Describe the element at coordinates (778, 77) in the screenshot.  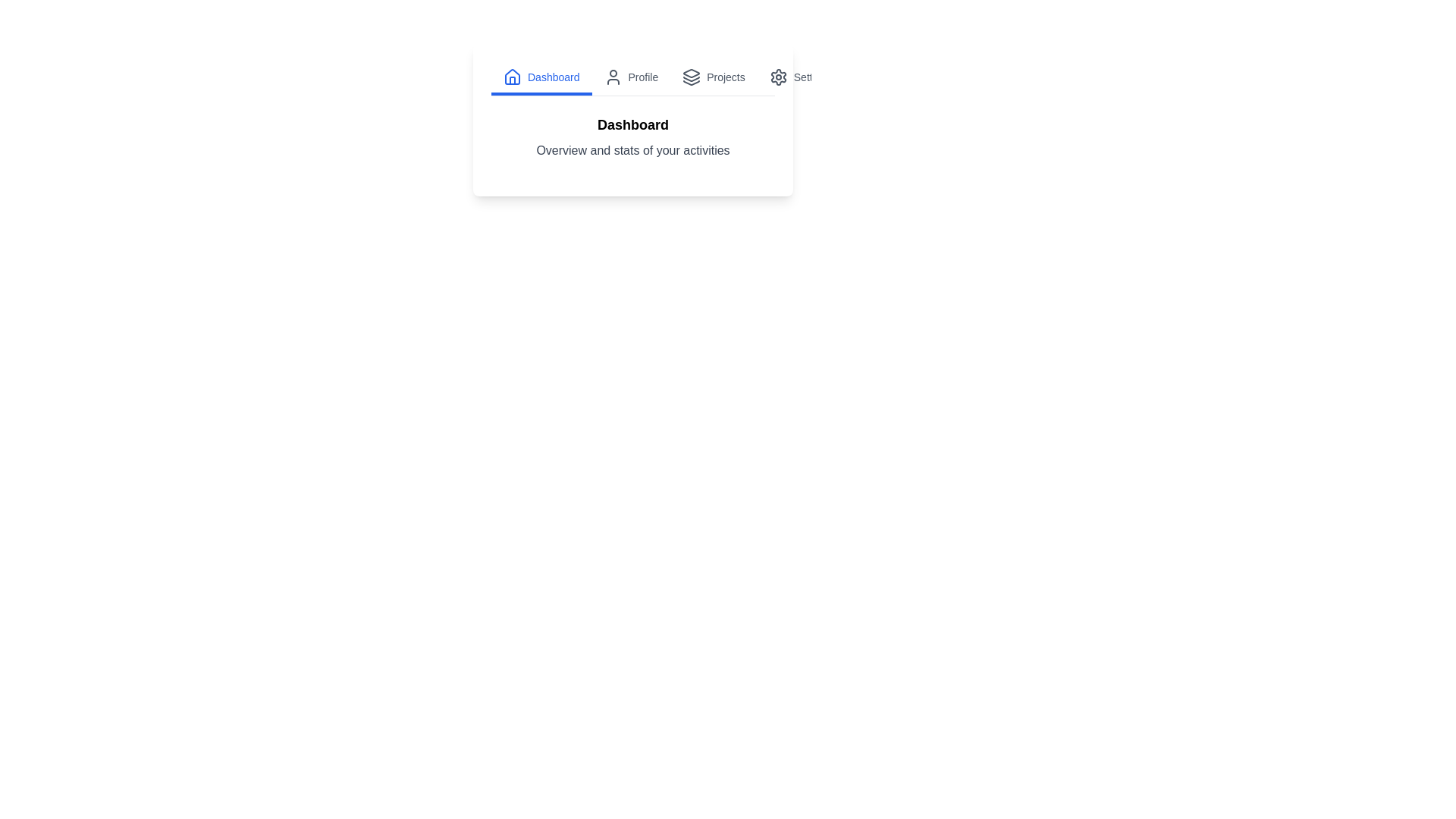
I see `the icon of the Settings tab` at that location.